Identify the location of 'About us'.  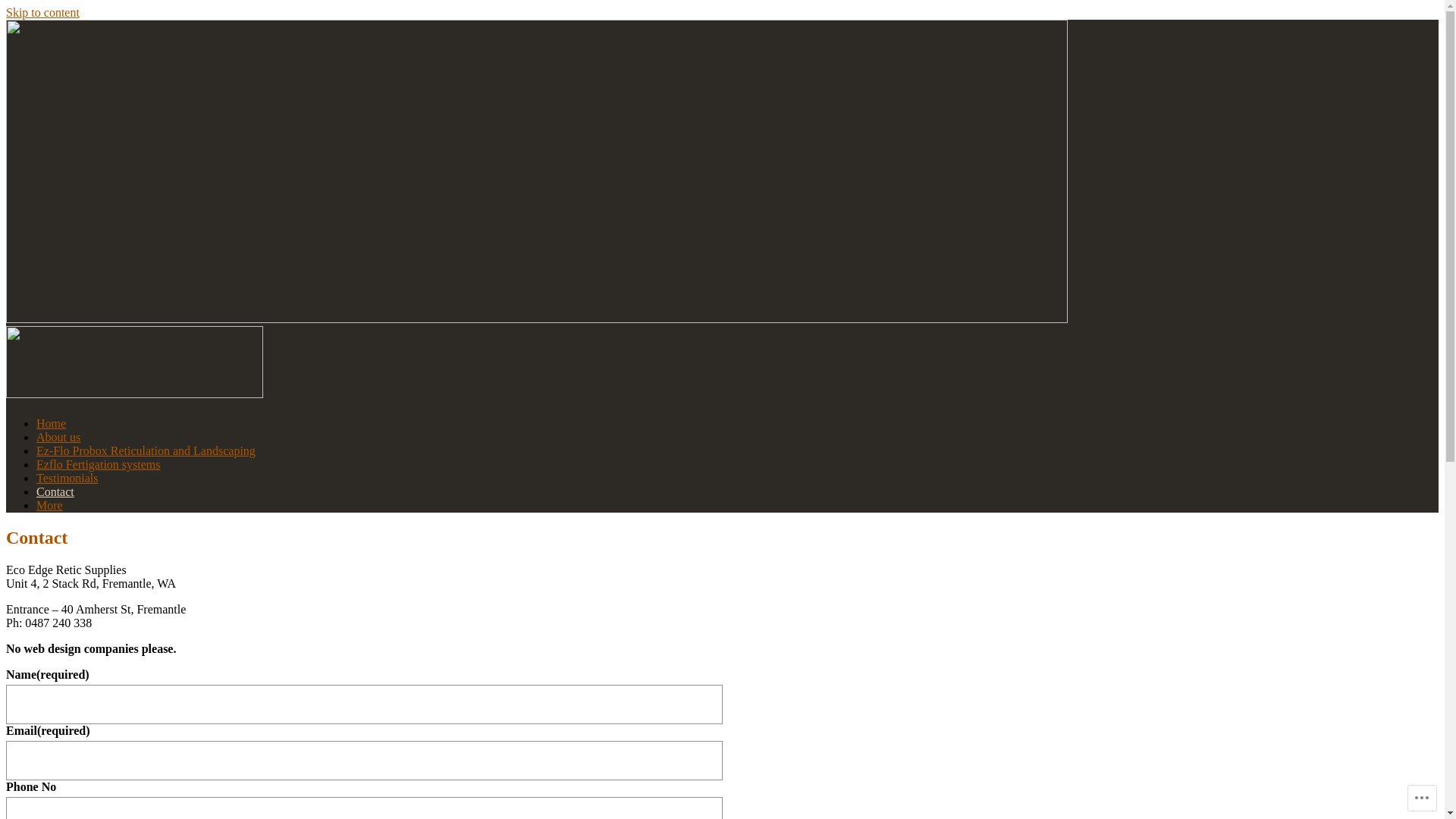
(58, 437).